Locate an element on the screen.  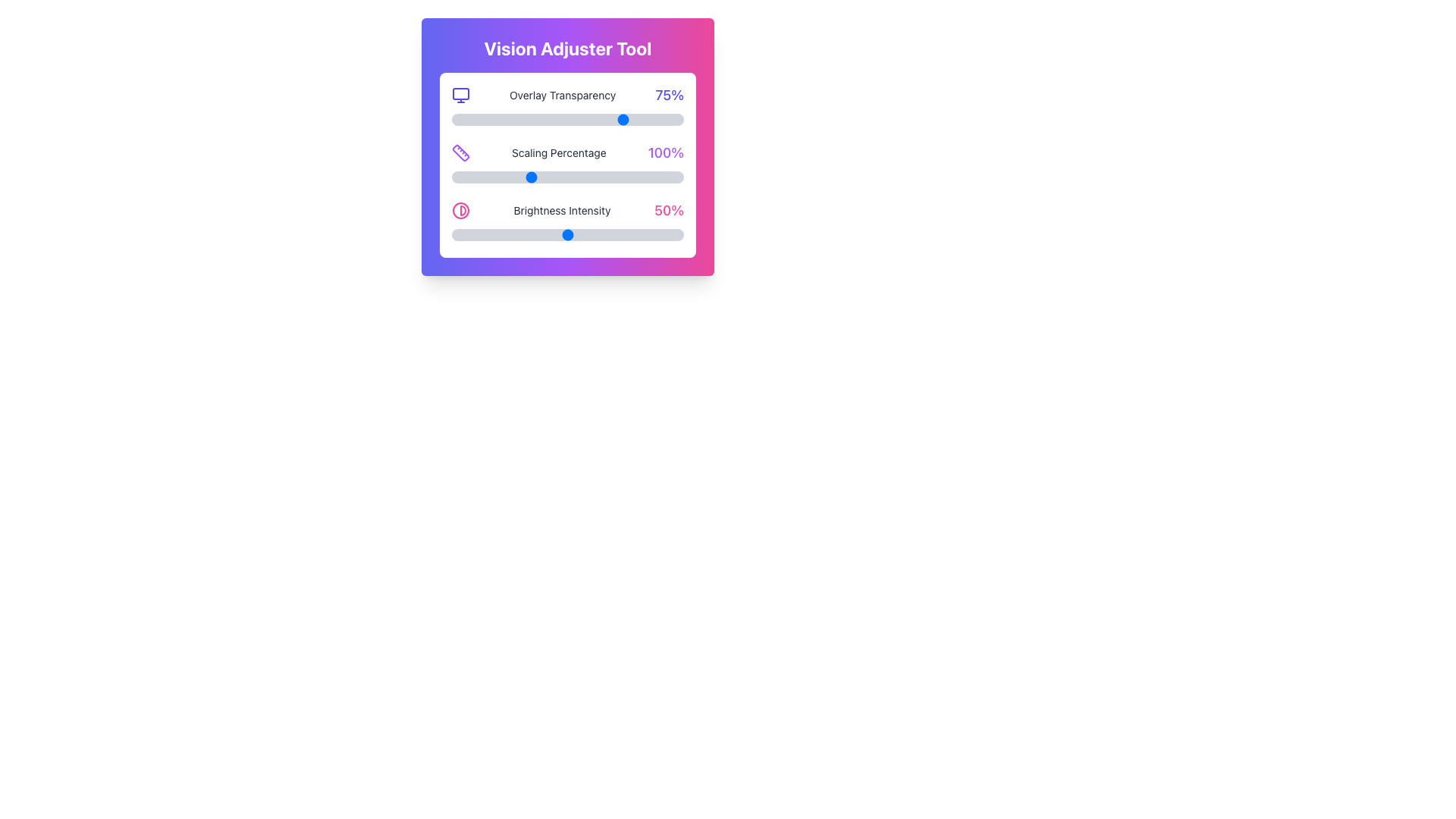
the circular pink contrast symbol icon located to the left of the 'Brightness Intensity 50%' text label is located at coordinates (460, 210).